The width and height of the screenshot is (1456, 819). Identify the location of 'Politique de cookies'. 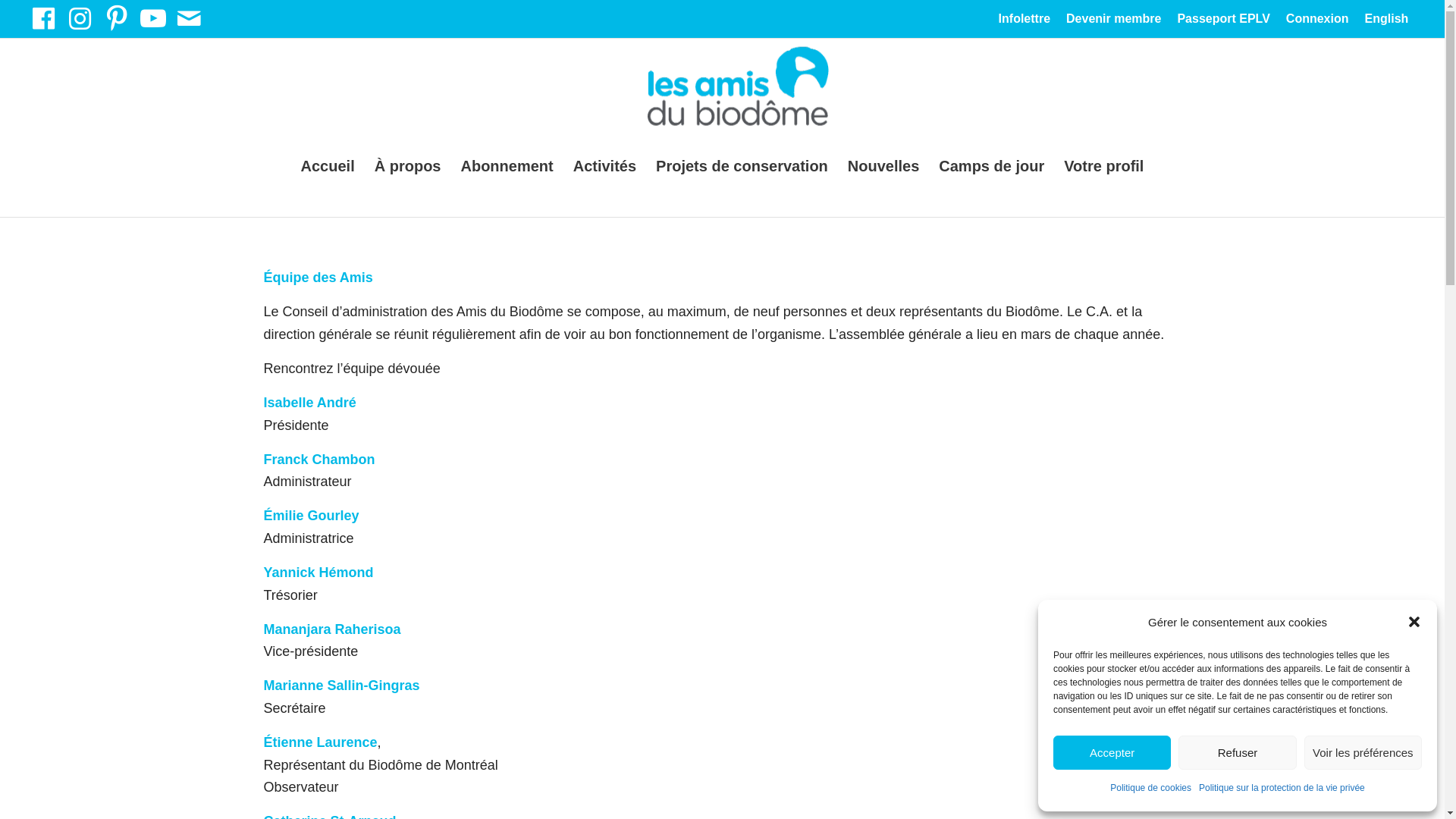
(1110, 788).